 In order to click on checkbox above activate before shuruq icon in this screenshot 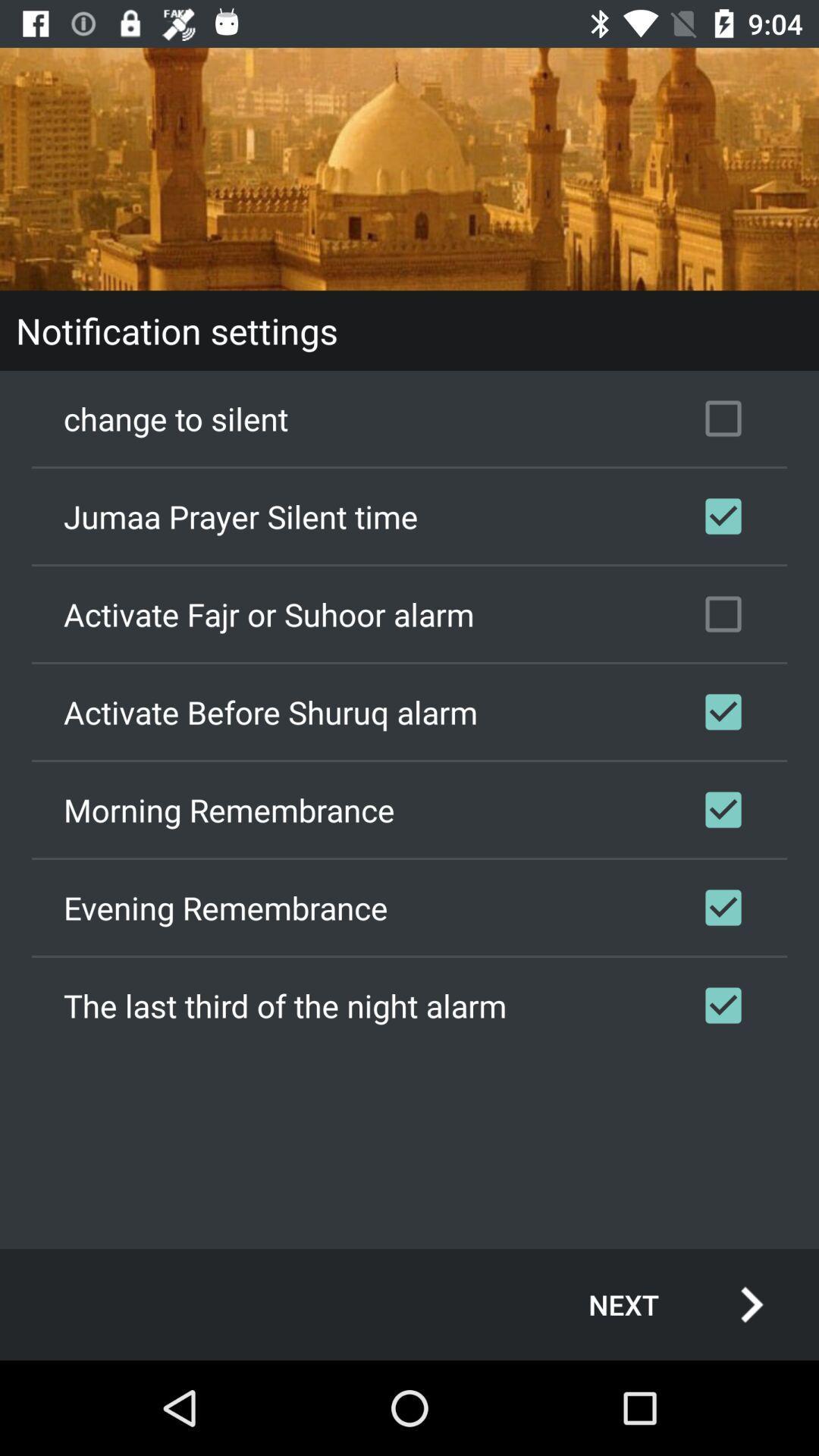, I will do `click(409, 614)`.